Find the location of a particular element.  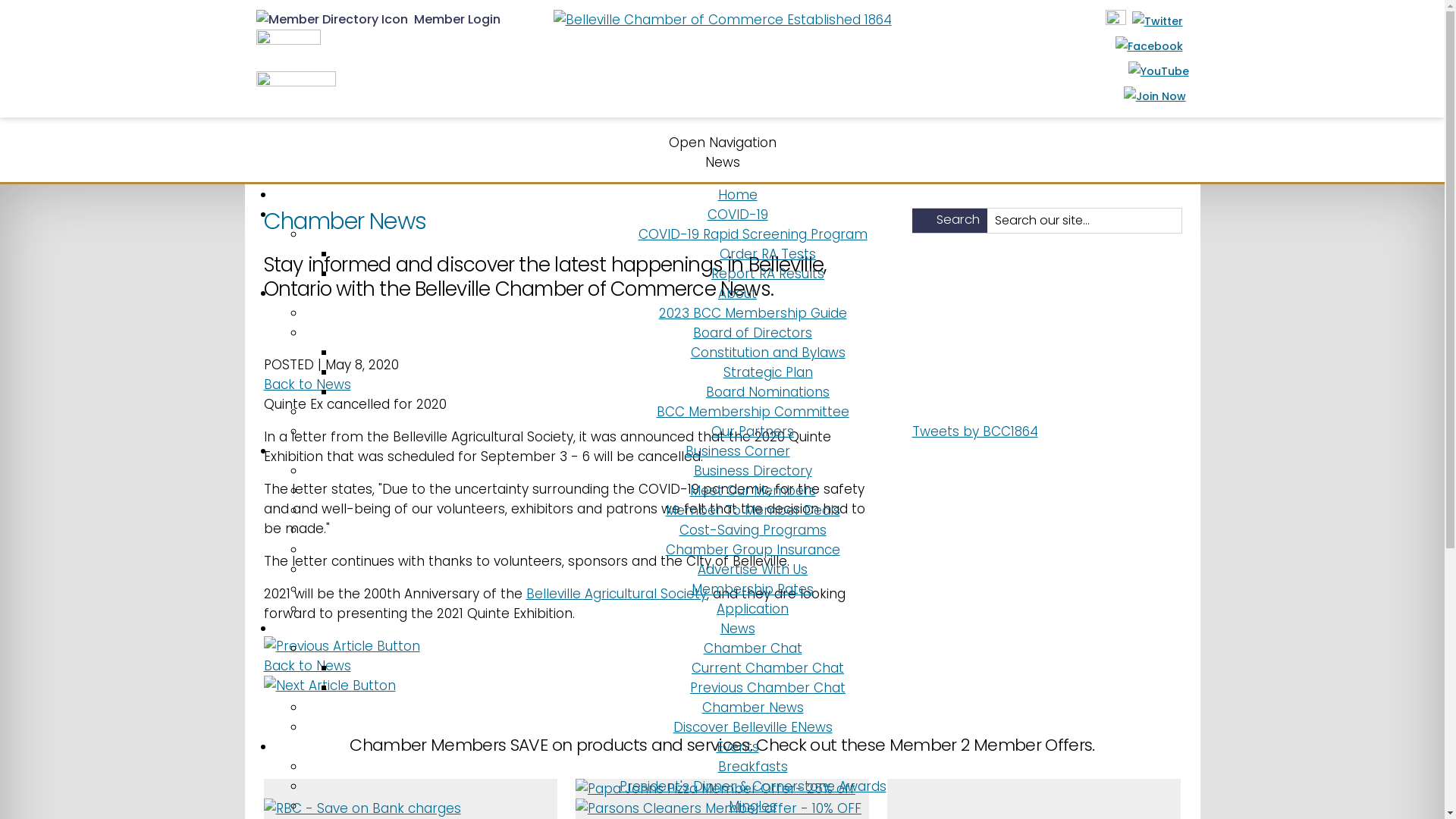

'Search our site...' is located at coordinates (1077, 220).